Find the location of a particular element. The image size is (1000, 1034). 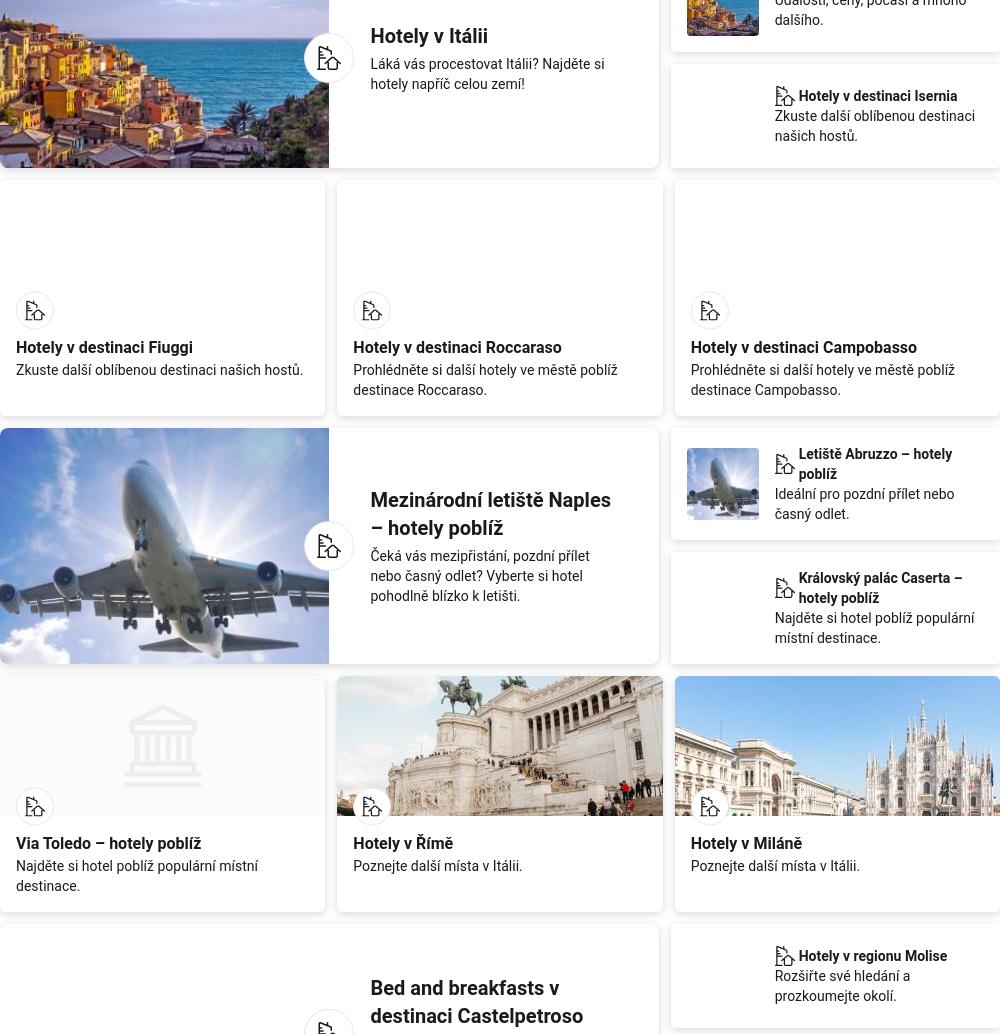

'Láká vás procestovat Itálii? Najděte si hotely napříč celou zemí!' is located at coordinates (486, 73).